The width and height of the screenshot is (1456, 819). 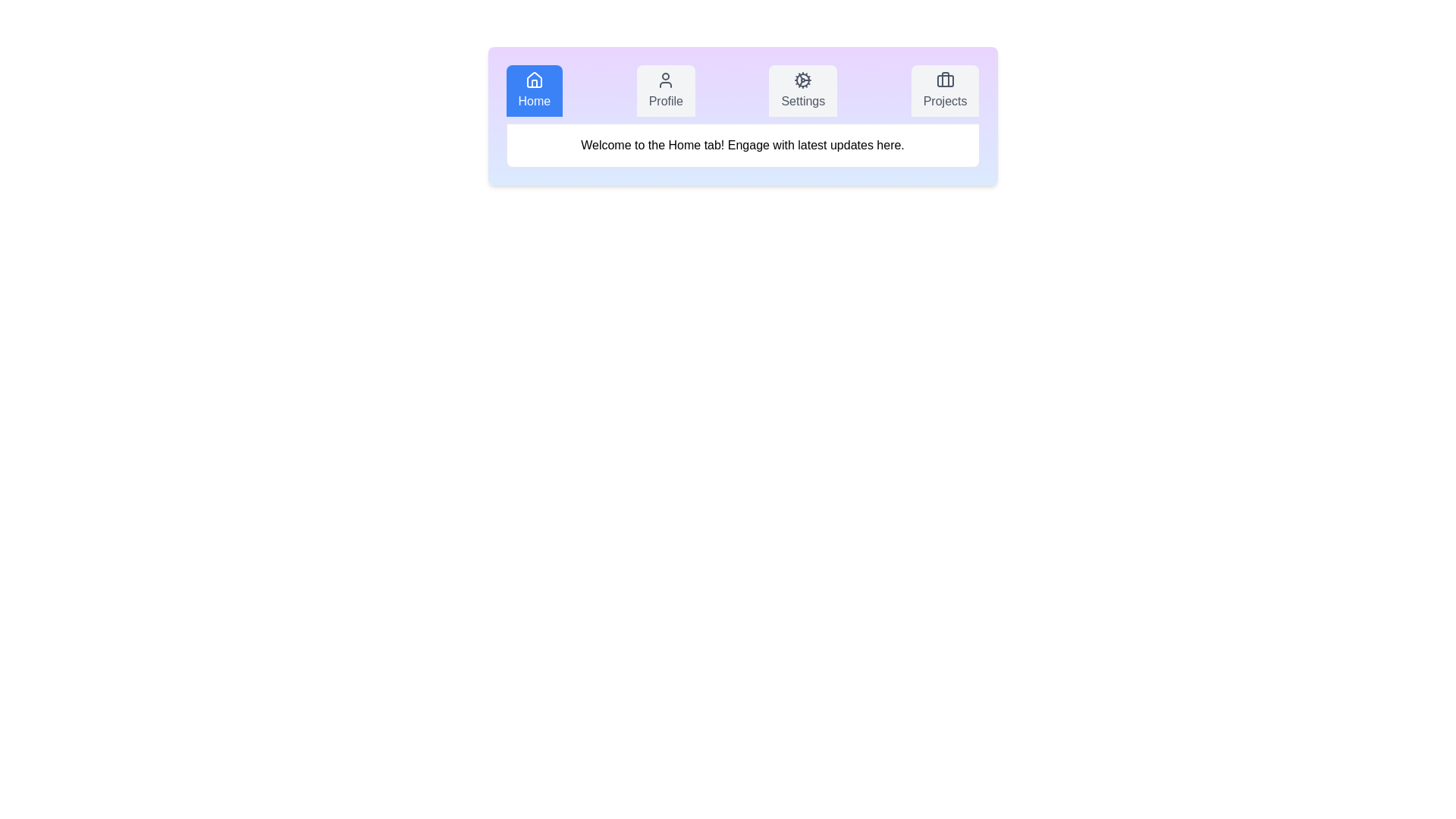 I want to click on the 'Profile' text label, which is the label for the second tab in a tab layout, located below a user icon, so click(x=666, y=102).